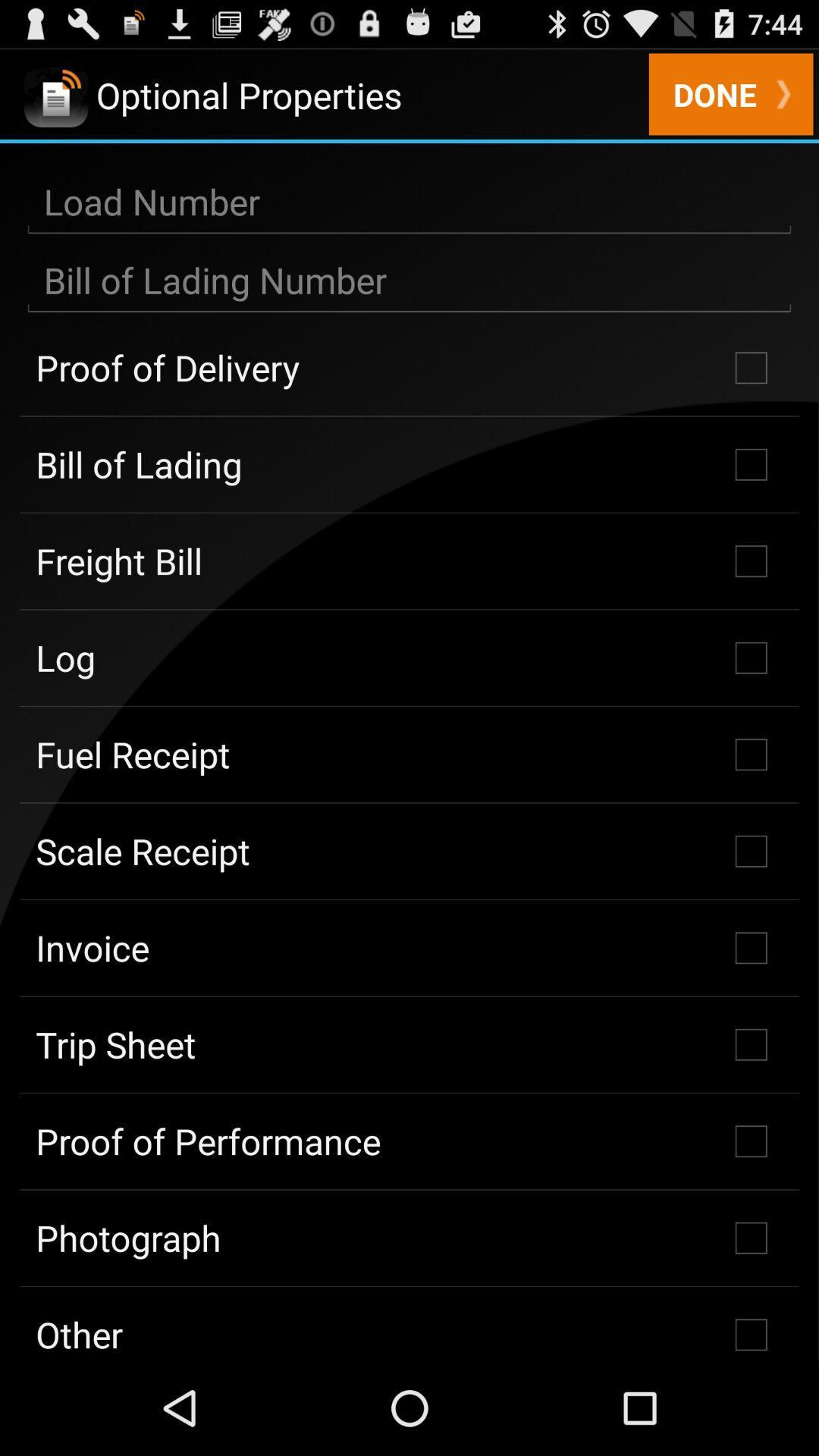  Describe the element at coordinates (409, 947) in the screenshot. I see `invoice icon` at that location.